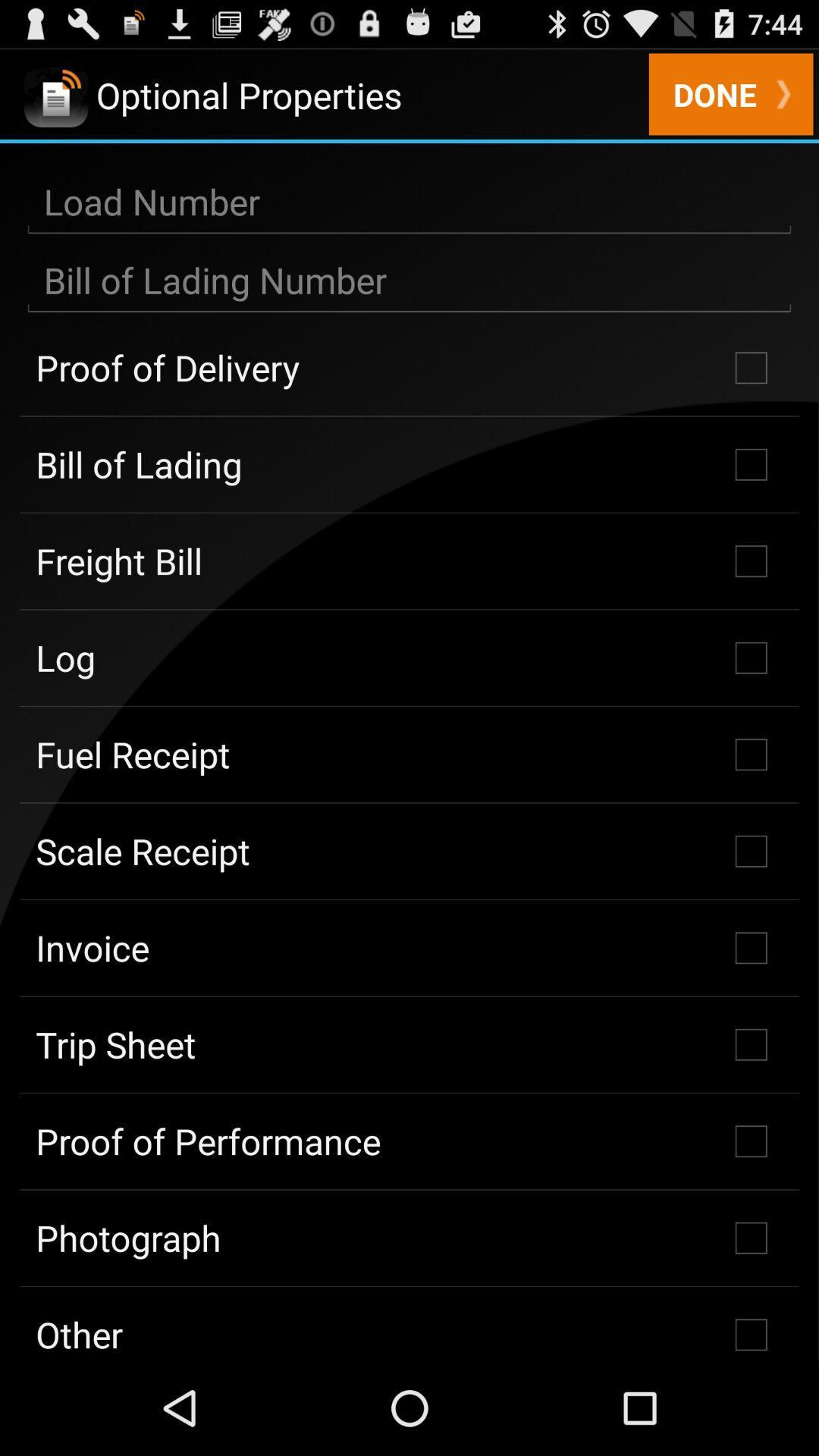  Describe the element at coordinates (409, 947) in the screenshot. I see `invoice icon` at that location.